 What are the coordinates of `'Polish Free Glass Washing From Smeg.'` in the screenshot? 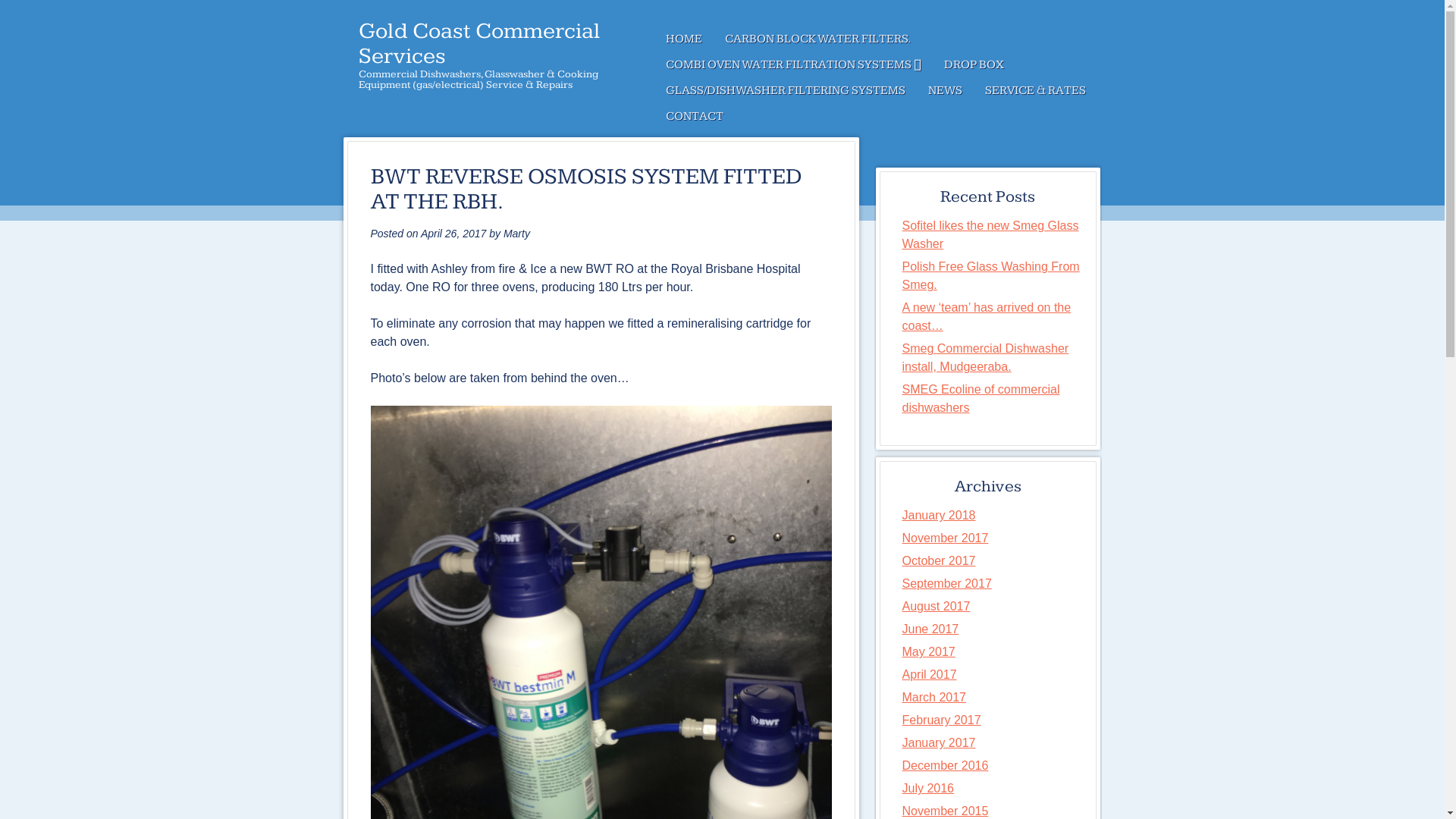 It's located at (990, 275).